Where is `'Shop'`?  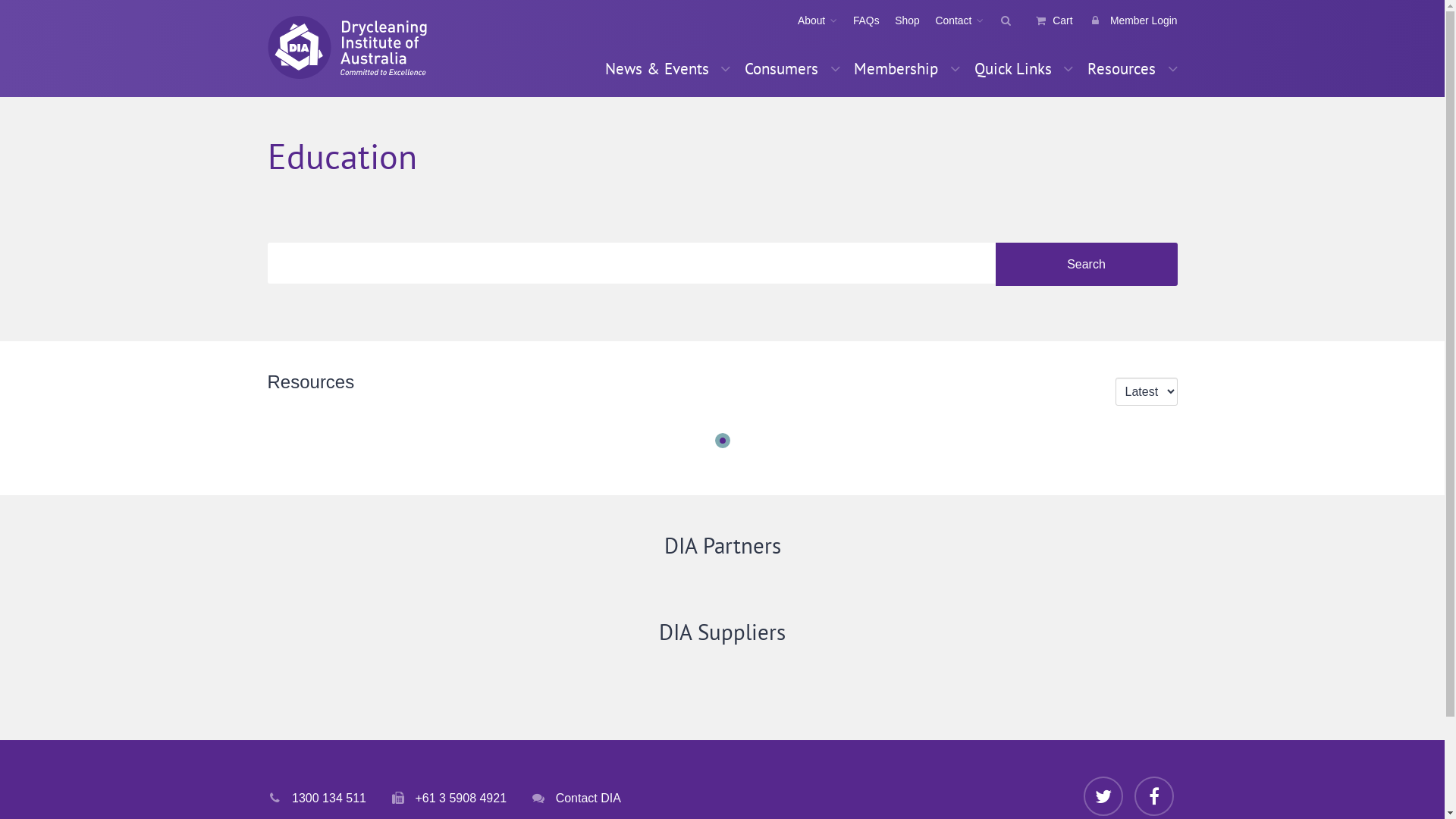
'Shop' is located at coordinates (899, 20).